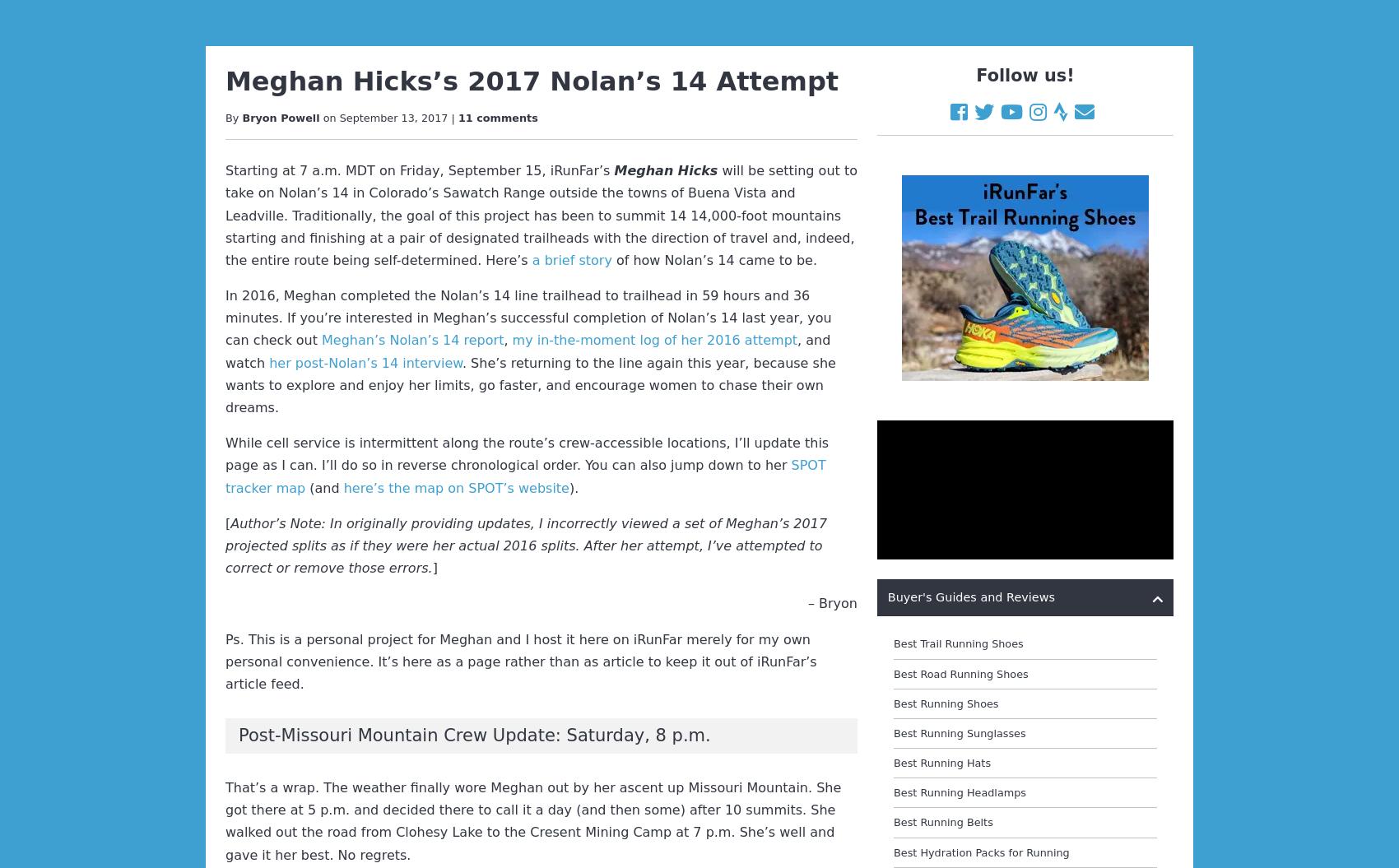 The height and width of the screenshot is (868, 1399). I want to click on 'Best Ultralight Sleeping Pads', so click(969, 168).